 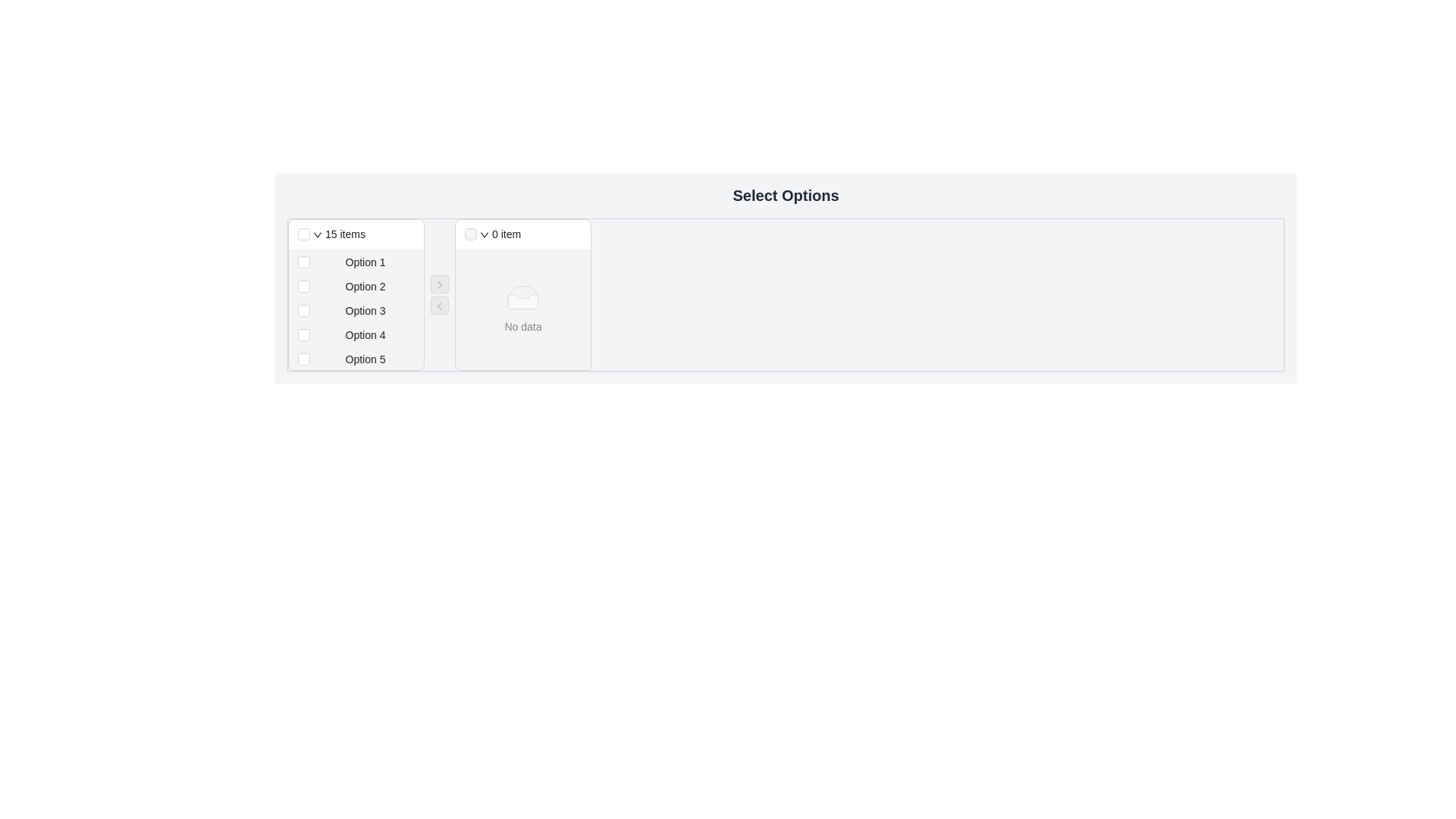 What do you see at coordinates (303, 334) in the screenshot?
I see `the checkbox at the start of the list item labeled 'Option 4'` at bounding box center [303, 334].